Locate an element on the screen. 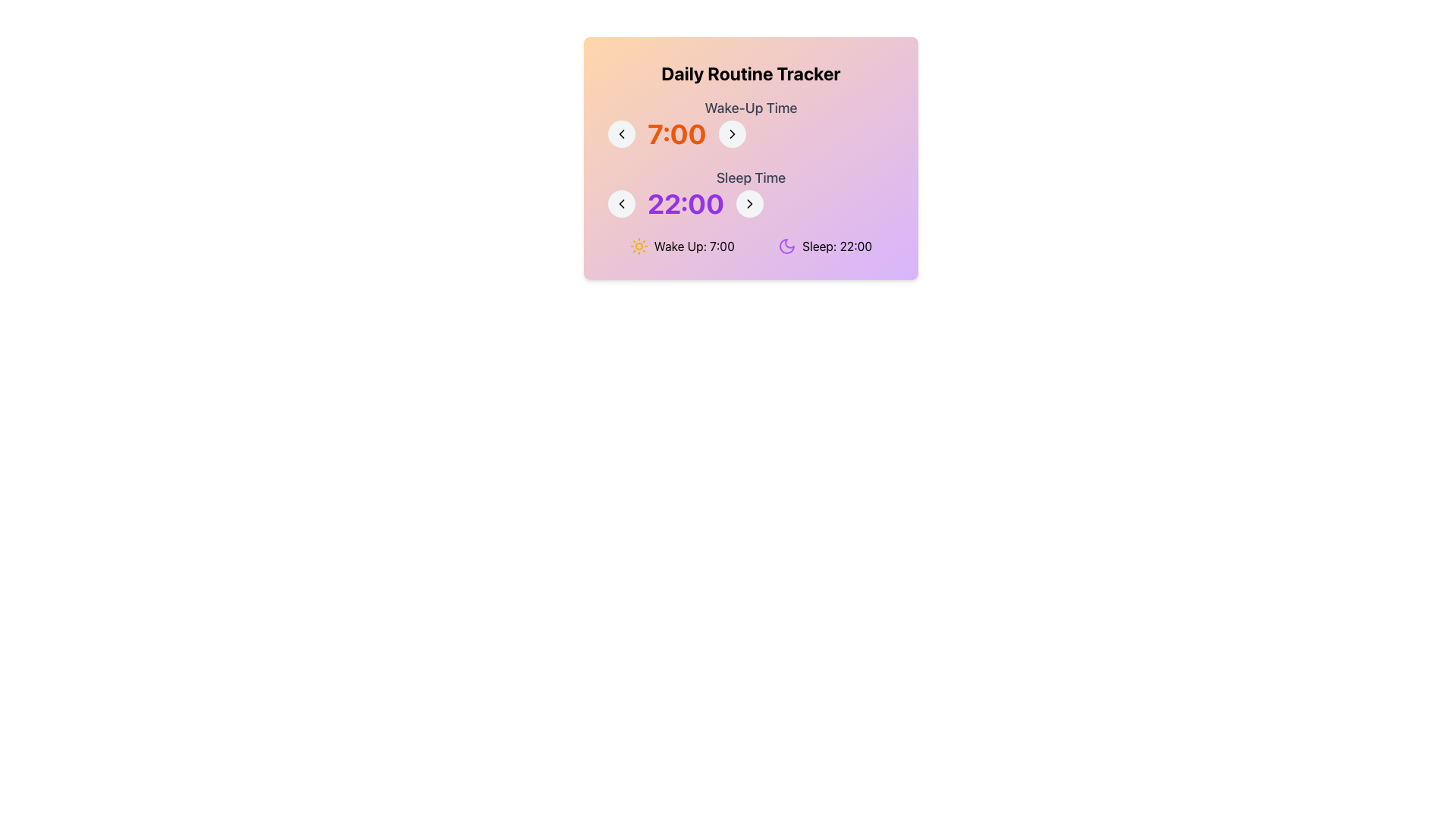 The height and width of the screenshot is (819, 1456). the text label 'Wake-Up Time', which is styled in medium-sized gray font and located above the time selection interface is located at coordinates (751, 107).